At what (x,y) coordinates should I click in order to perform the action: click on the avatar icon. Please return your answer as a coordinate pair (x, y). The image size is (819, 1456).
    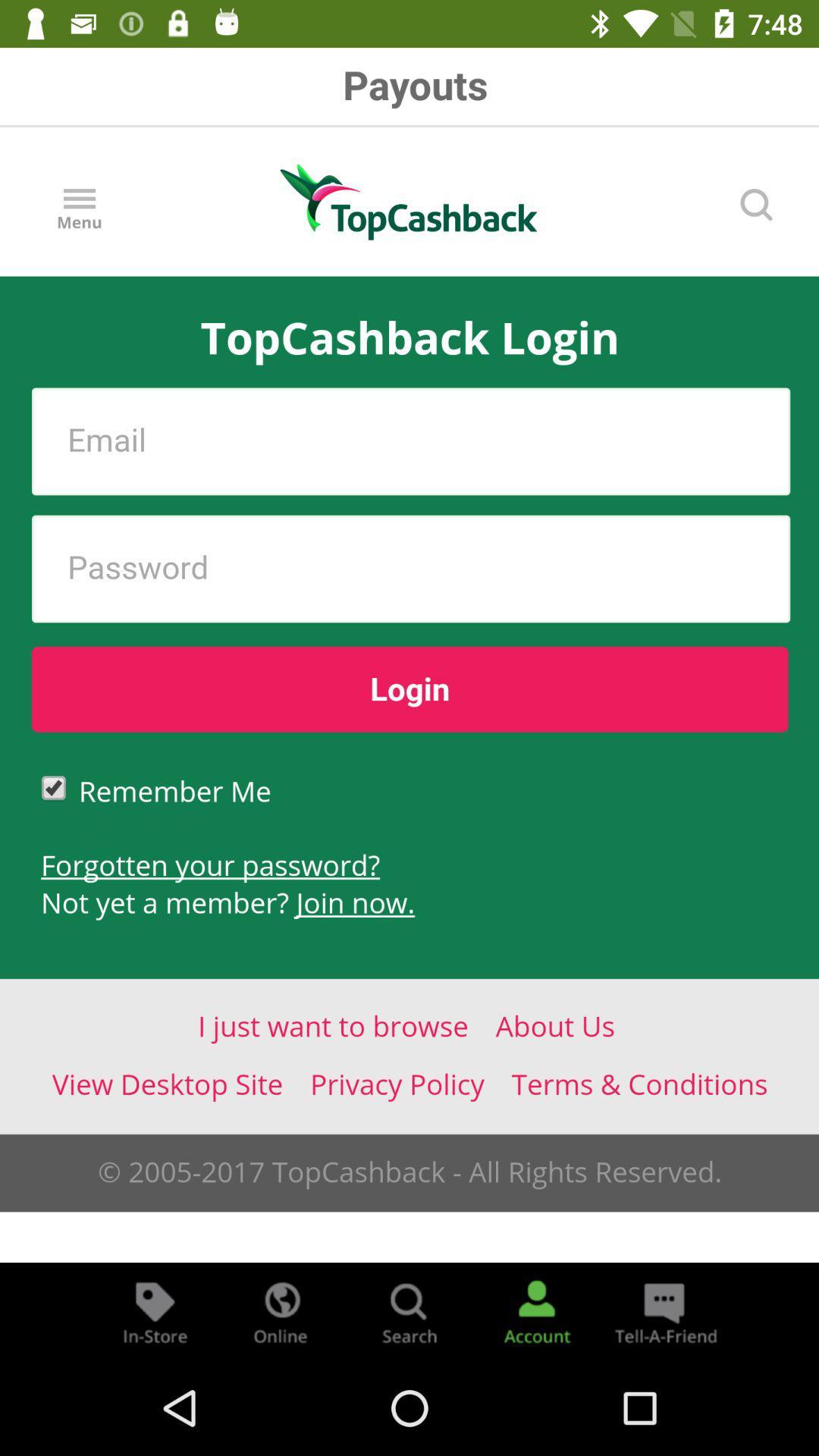
    Looking at the image, I should click on (536, 1310).